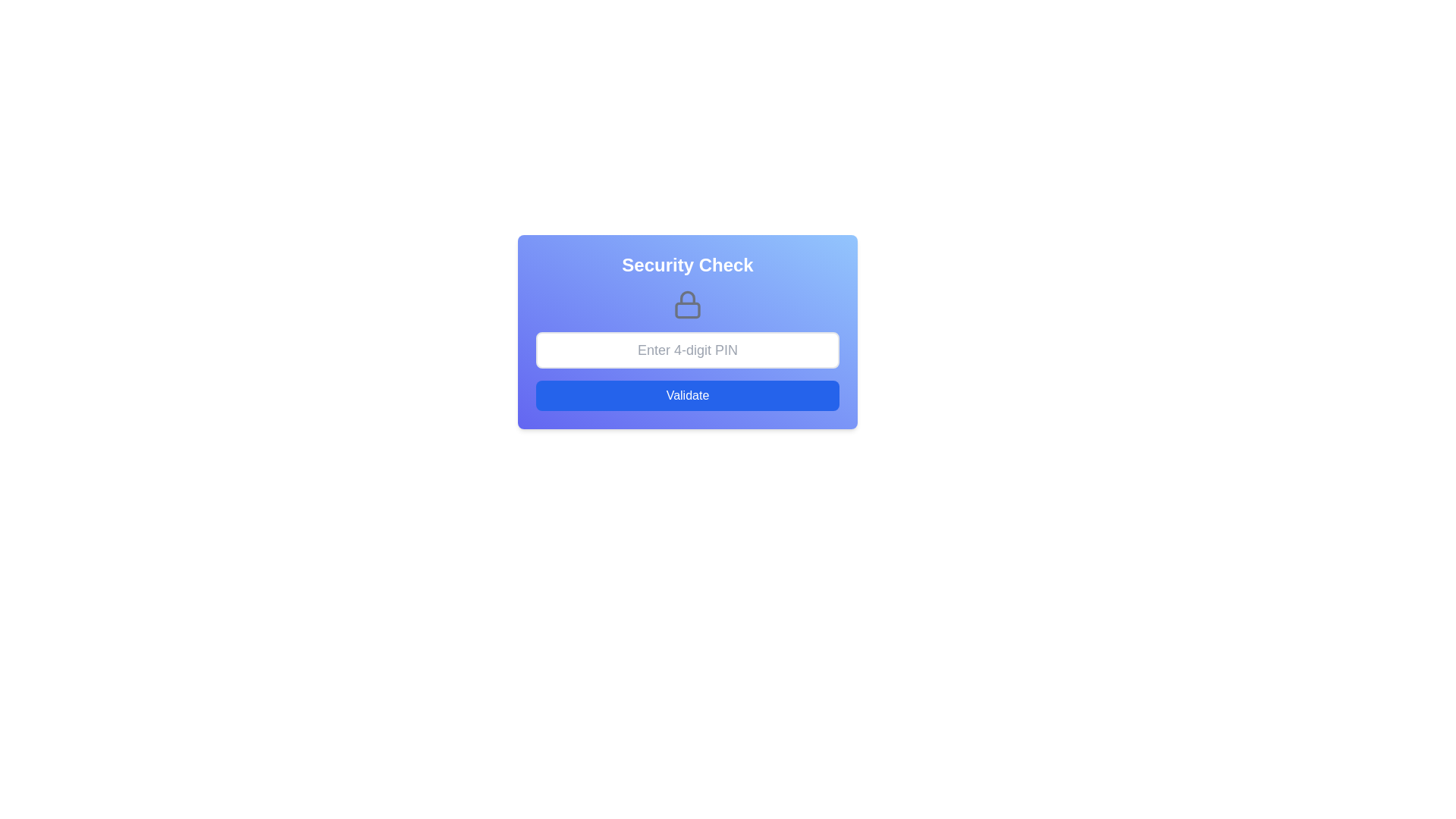 The image size is (1456, 819). Describe the element at coordinates (687, 309) in the screenshot. I see `the SVG rectangle element with rounded corners located within the lock icon at the center of the dialog box, positioned above the text input field` at that location.